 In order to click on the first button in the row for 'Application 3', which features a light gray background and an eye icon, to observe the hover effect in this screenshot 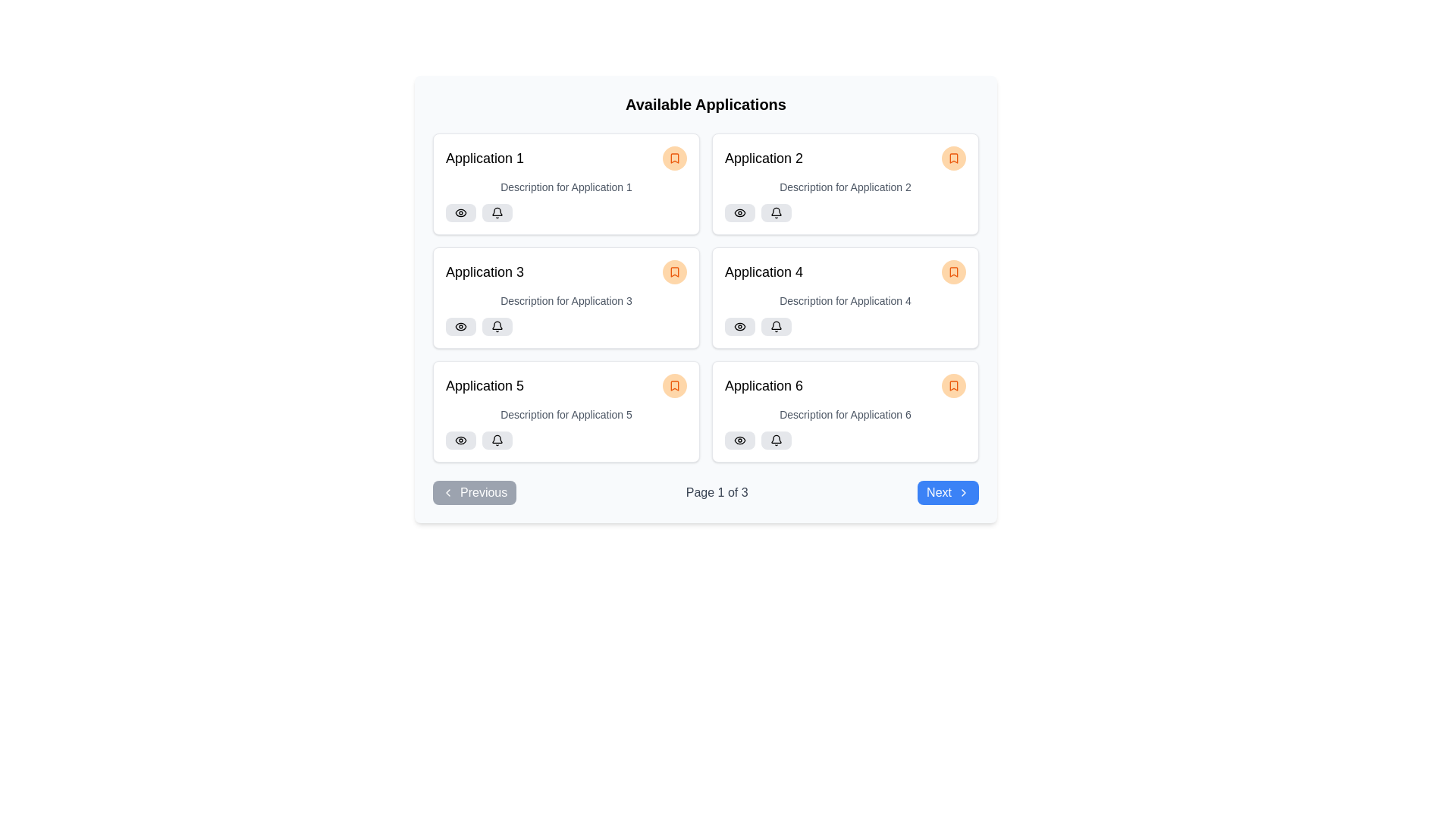, I will do `click(460, 326)`.